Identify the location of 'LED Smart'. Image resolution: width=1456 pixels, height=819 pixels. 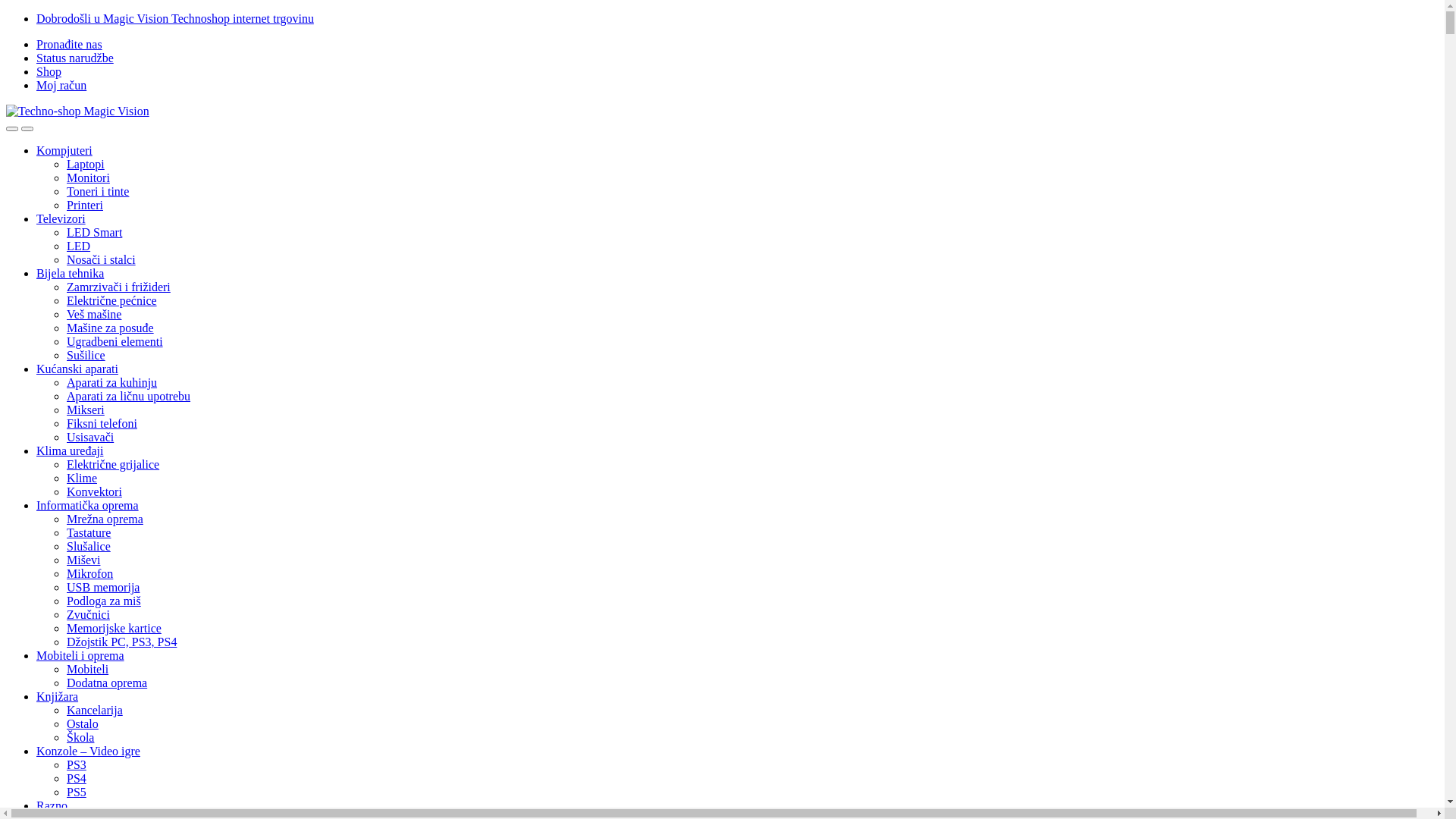
(93, 232).